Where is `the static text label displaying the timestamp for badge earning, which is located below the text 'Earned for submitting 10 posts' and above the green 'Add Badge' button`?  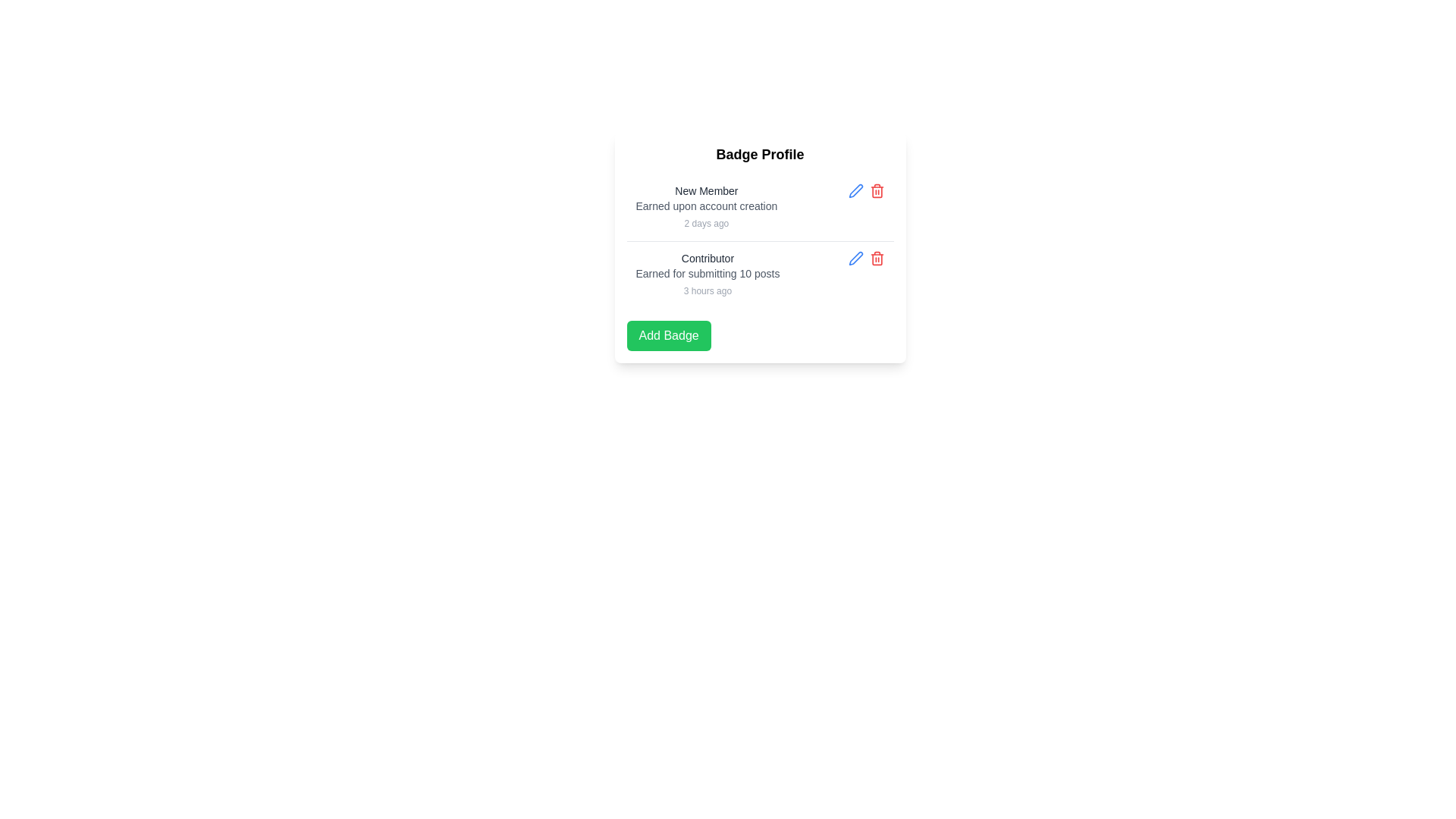 the static text label displaying the timestamp for badge earning, which is located below the text 'Earned for submitting 10 posts' and above the green 'Add Badge' button is located at coordinates (707, 291).